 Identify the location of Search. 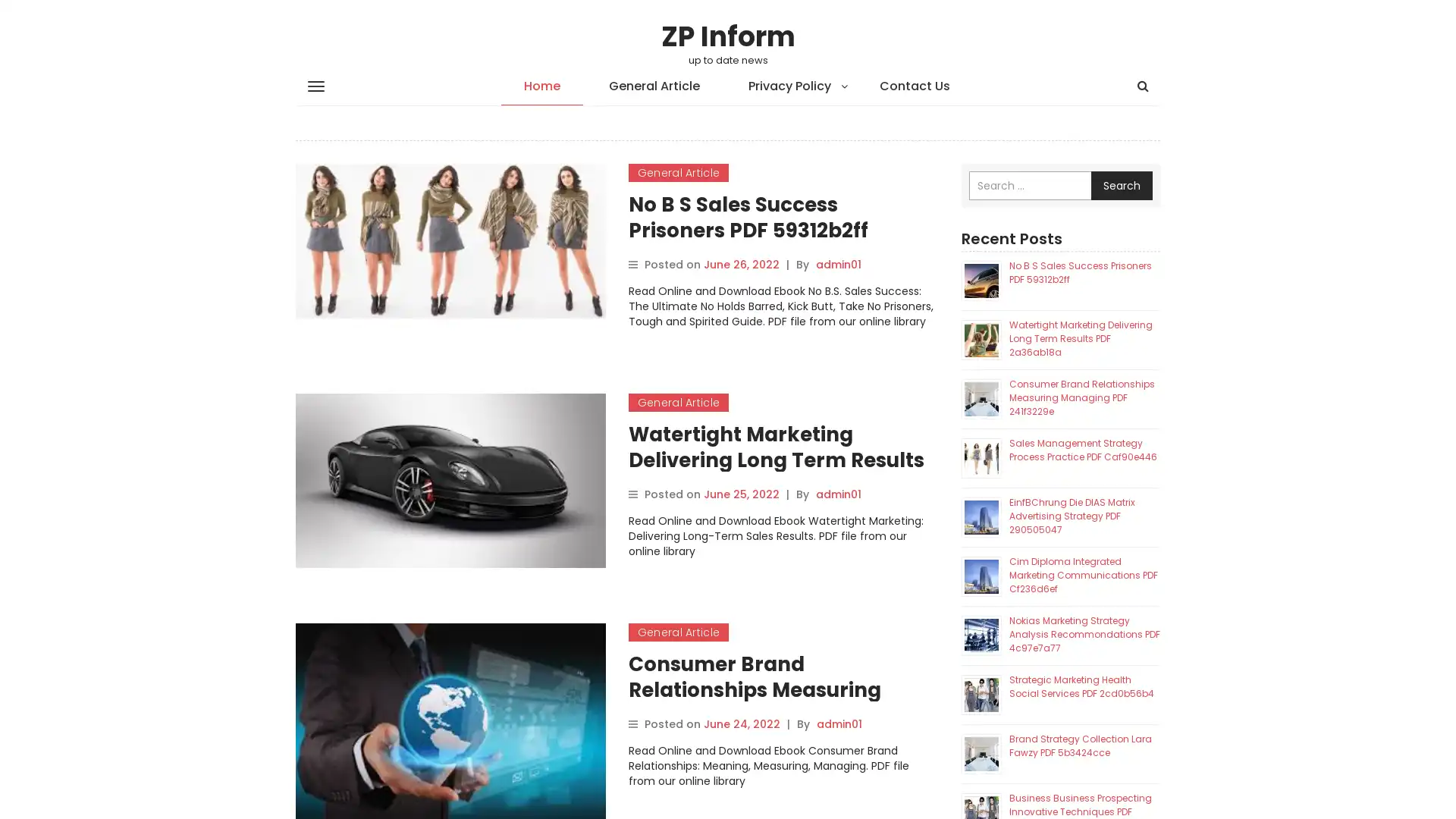
(1122, 185).